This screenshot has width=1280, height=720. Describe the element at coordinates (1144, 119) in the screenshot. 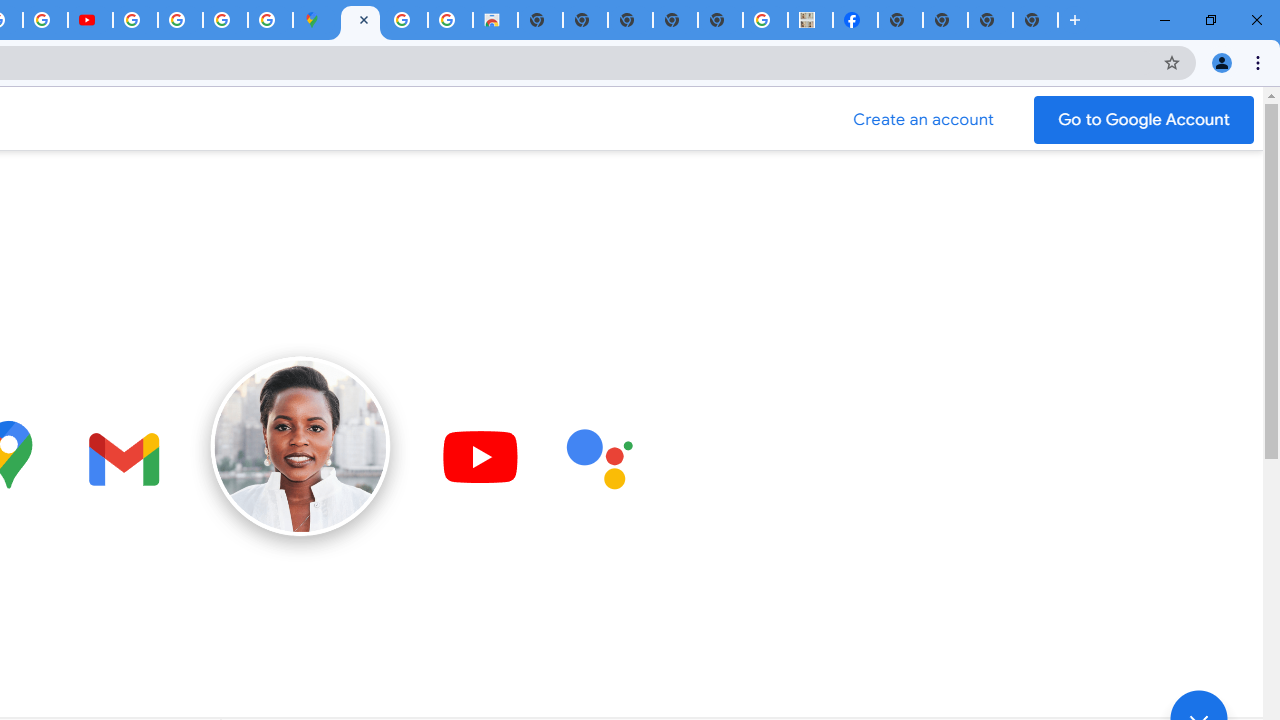

I see `'Go to your Google Account'` at that location.